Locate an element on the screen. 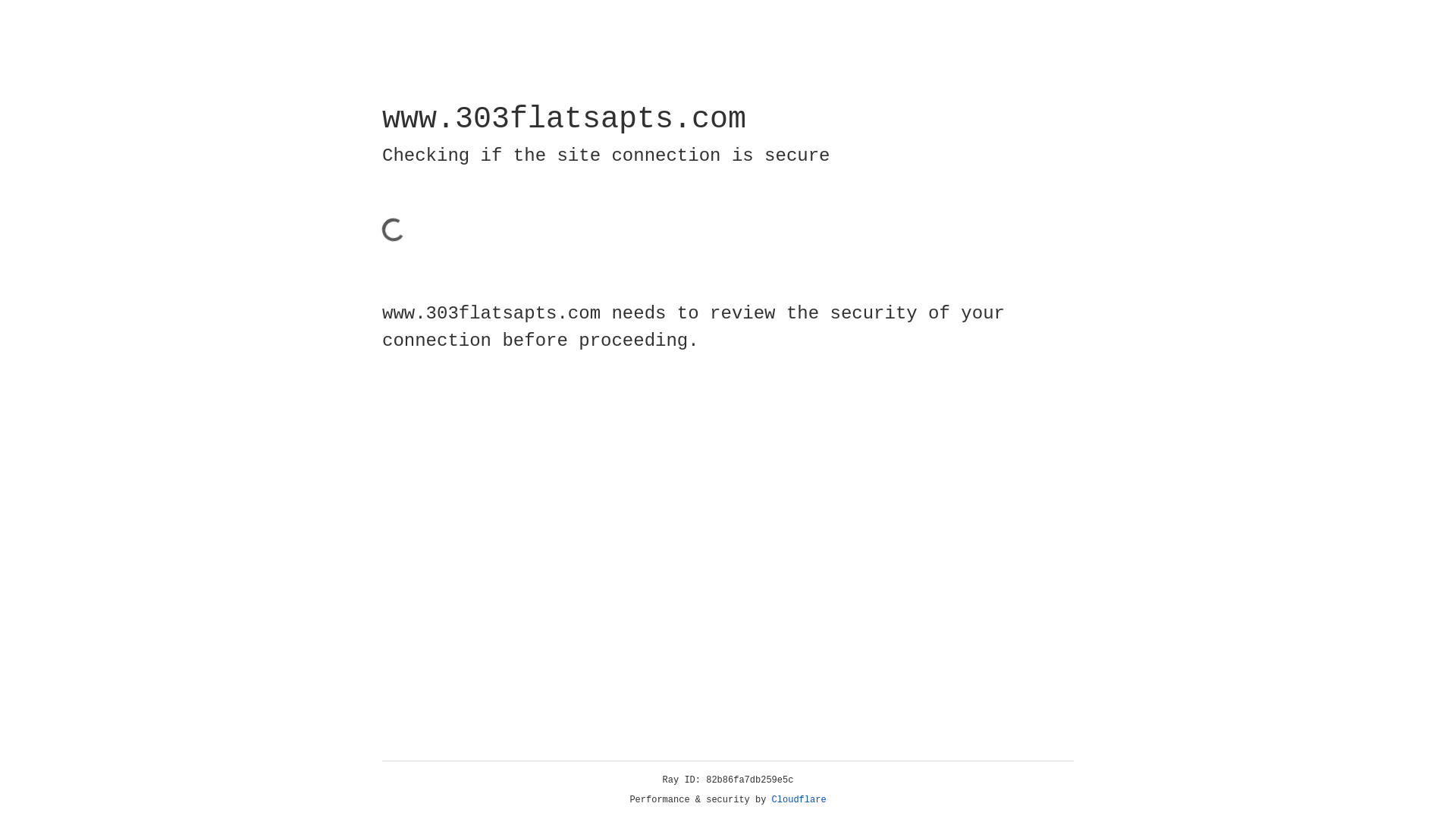 The image size is (1456, 819). 'Cloudflare' is located at coordinates (799, 799).